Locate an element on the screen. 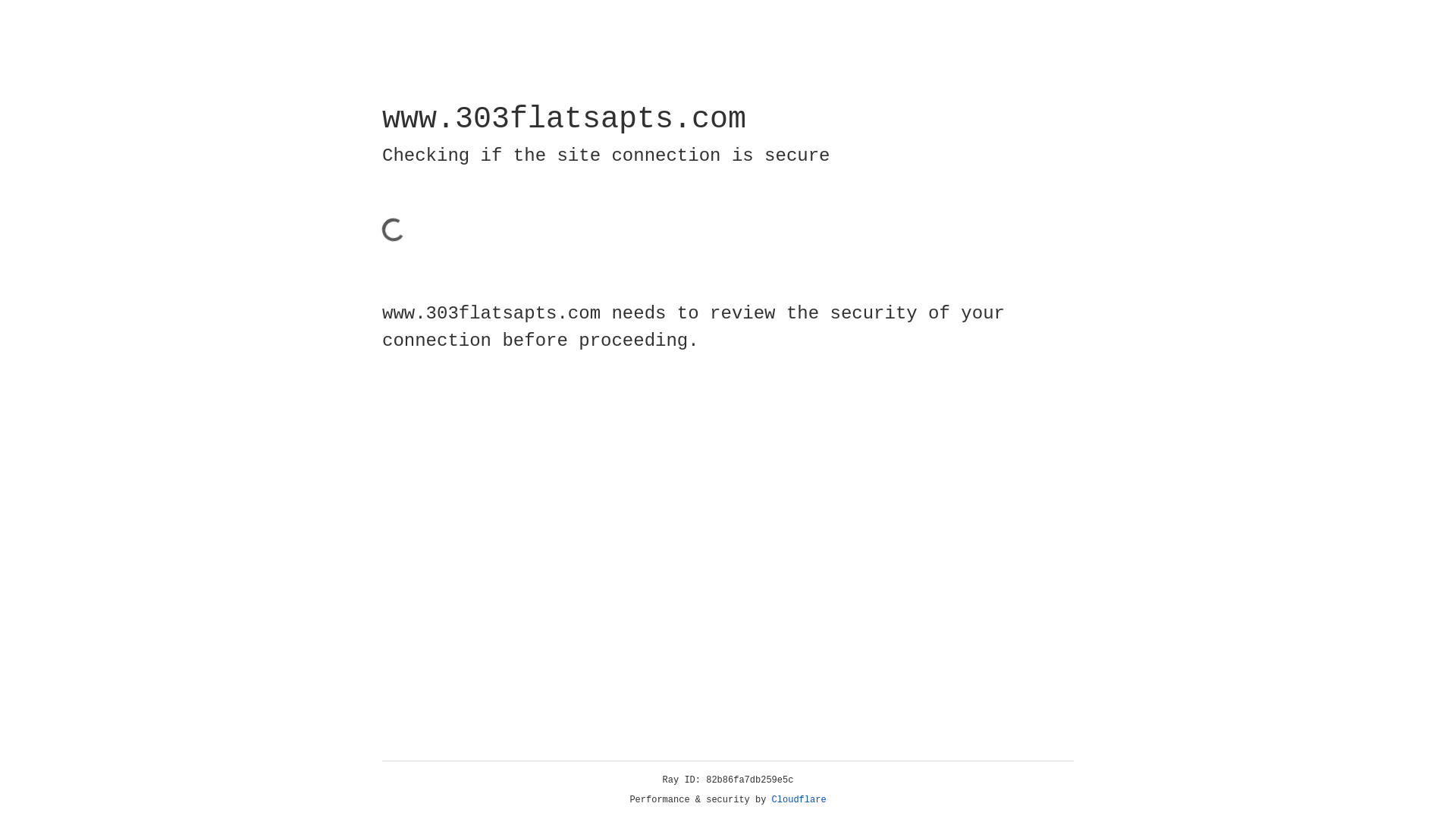 The image size is (1456, 819). 'Cloudflare' is located at coordinates (799, 799).